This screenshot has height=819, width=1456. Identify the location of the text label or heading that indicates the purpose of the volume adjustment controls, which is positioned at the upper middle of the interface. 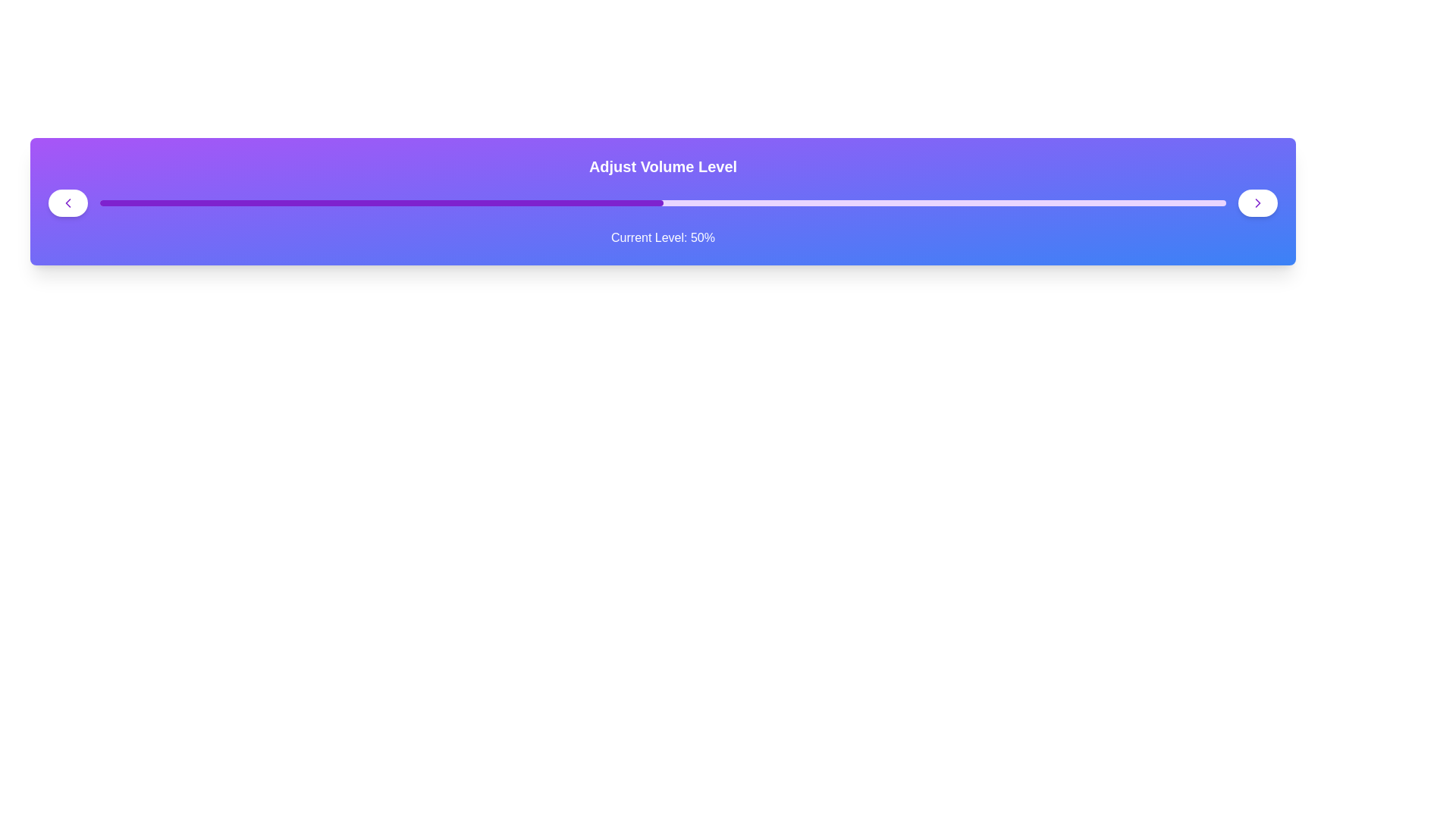
(663, 166).